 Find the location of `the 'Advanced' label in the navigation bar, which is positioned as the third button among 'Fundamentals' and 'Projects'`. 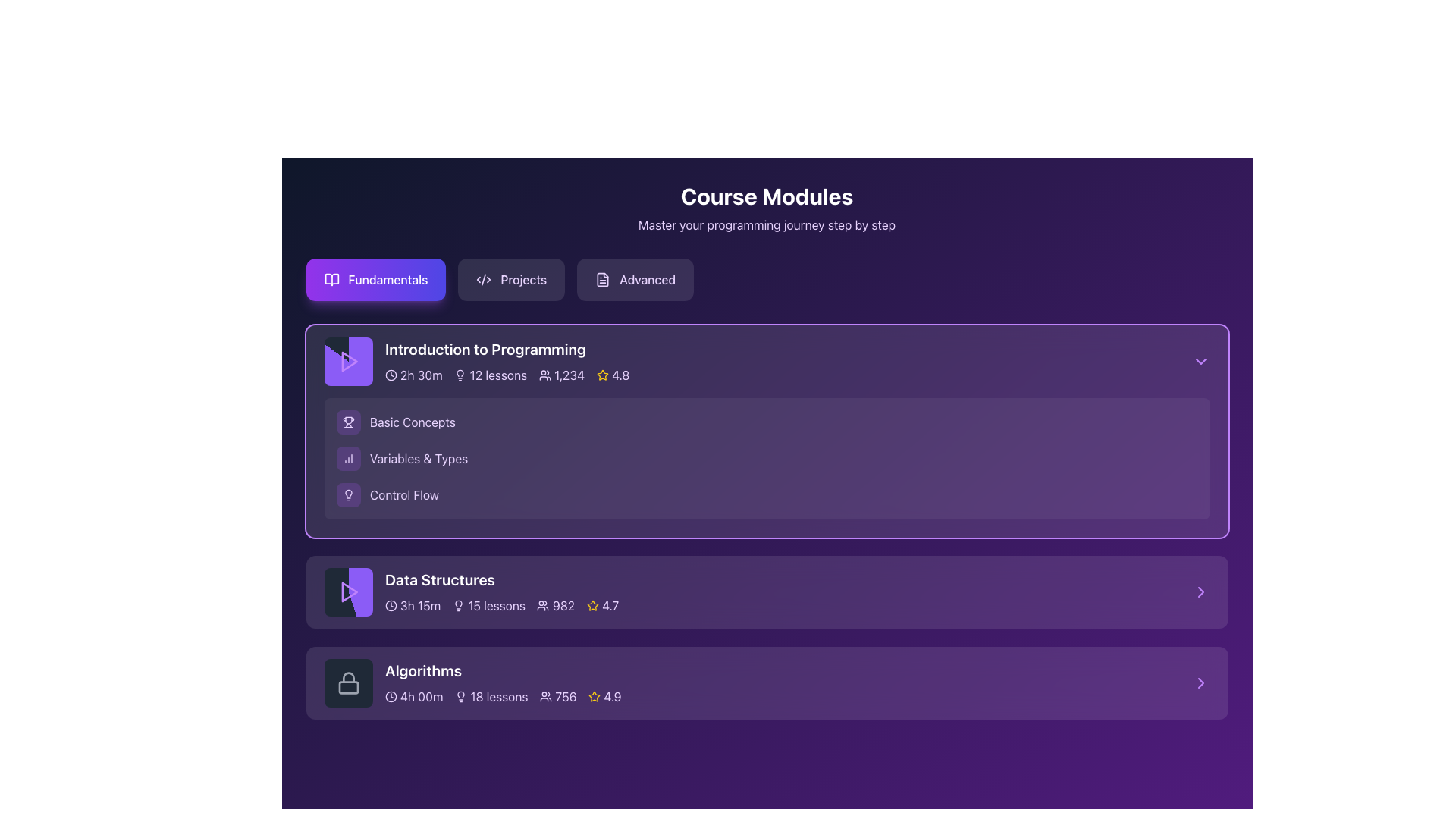

the 'Advanced' label in the navigation bar, which is positioned as the third button among 'Fundamentals' and 'Projects' is located at coordinates (648, 280).